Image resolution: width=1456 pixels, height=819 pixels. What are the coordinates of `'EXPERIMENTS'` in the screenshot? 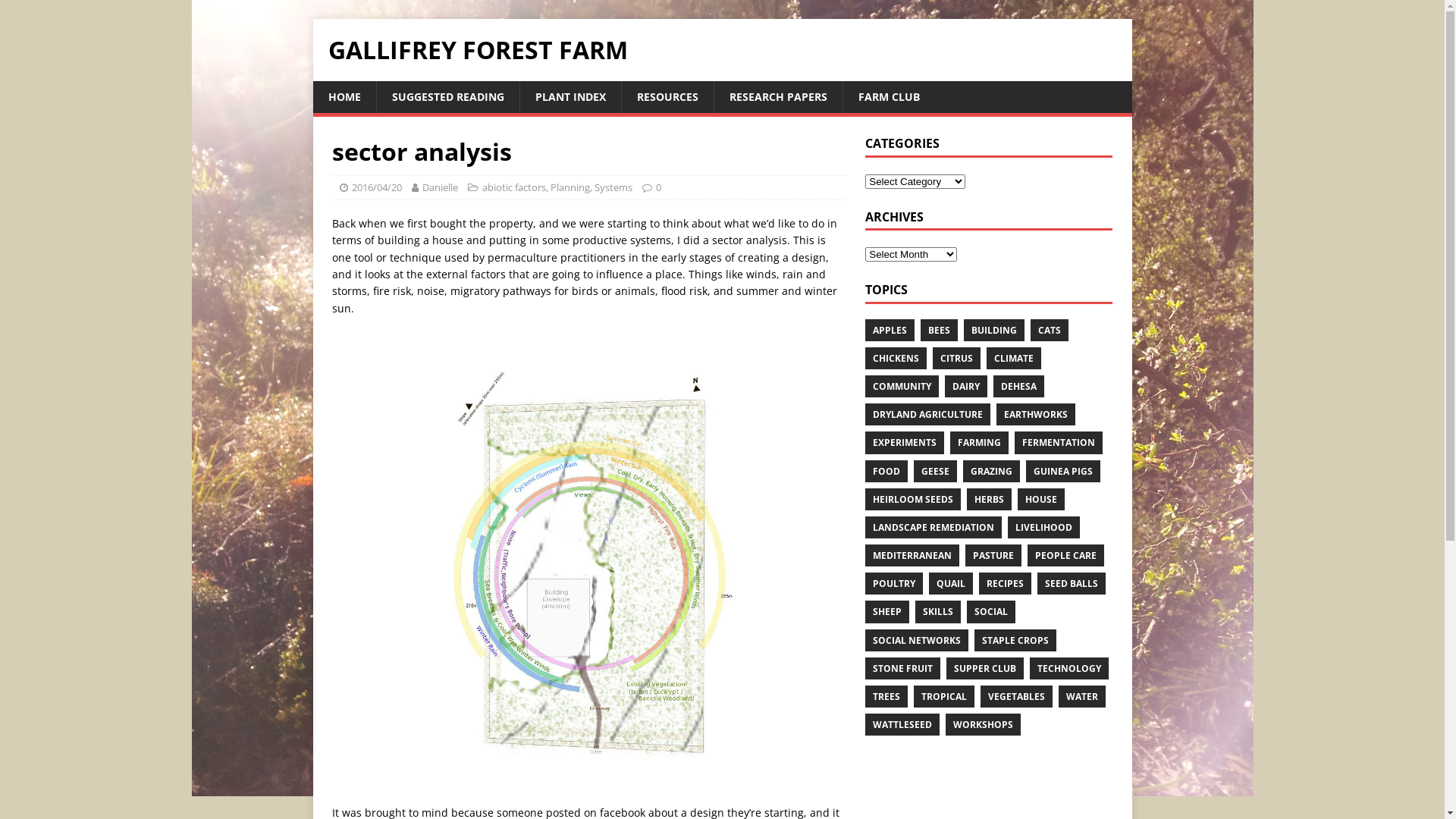 It's located at (905, 442).